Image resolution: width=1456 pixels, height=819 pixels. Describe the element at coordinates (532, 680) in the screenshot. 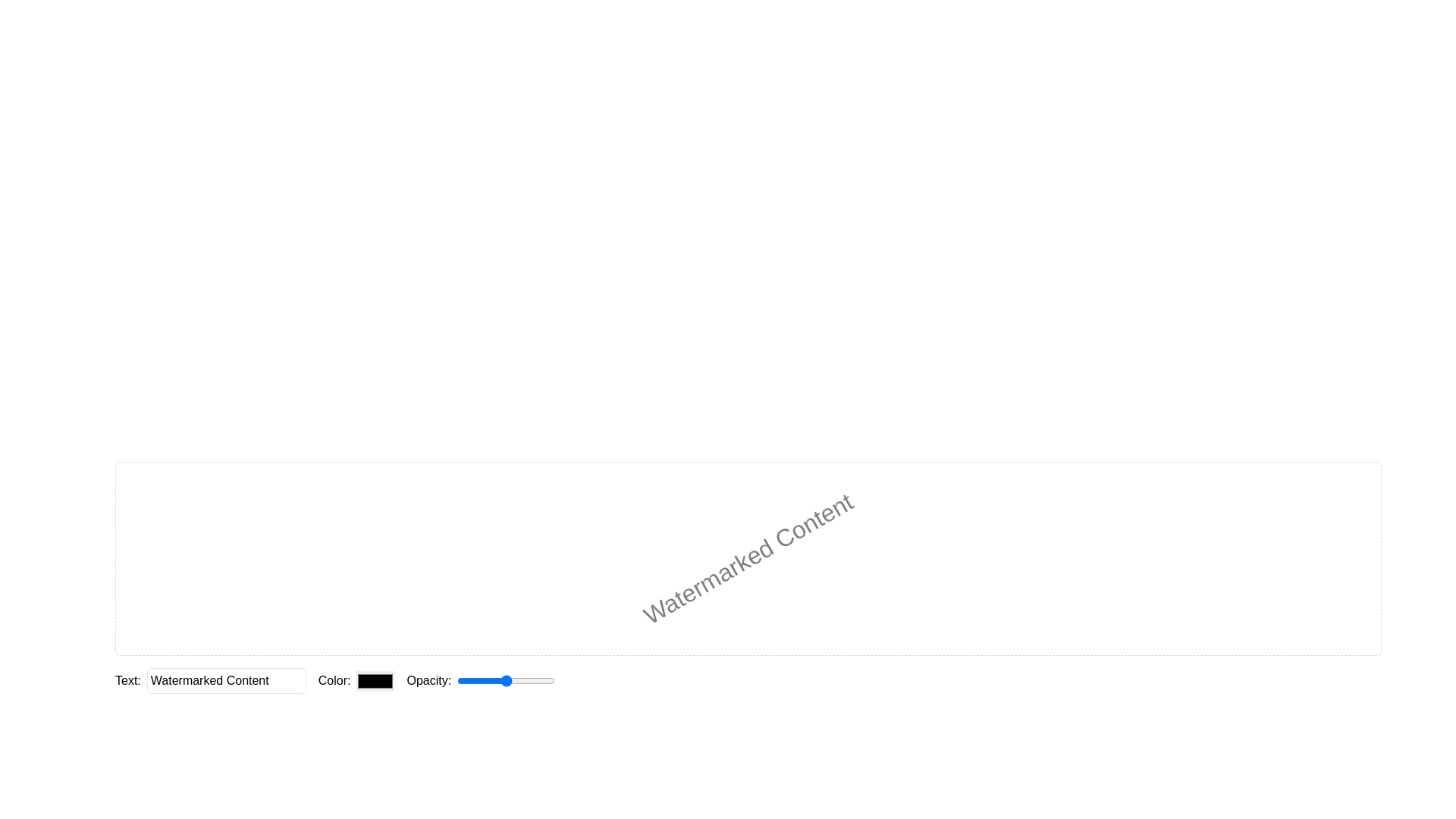

I see `opacity` at that location.